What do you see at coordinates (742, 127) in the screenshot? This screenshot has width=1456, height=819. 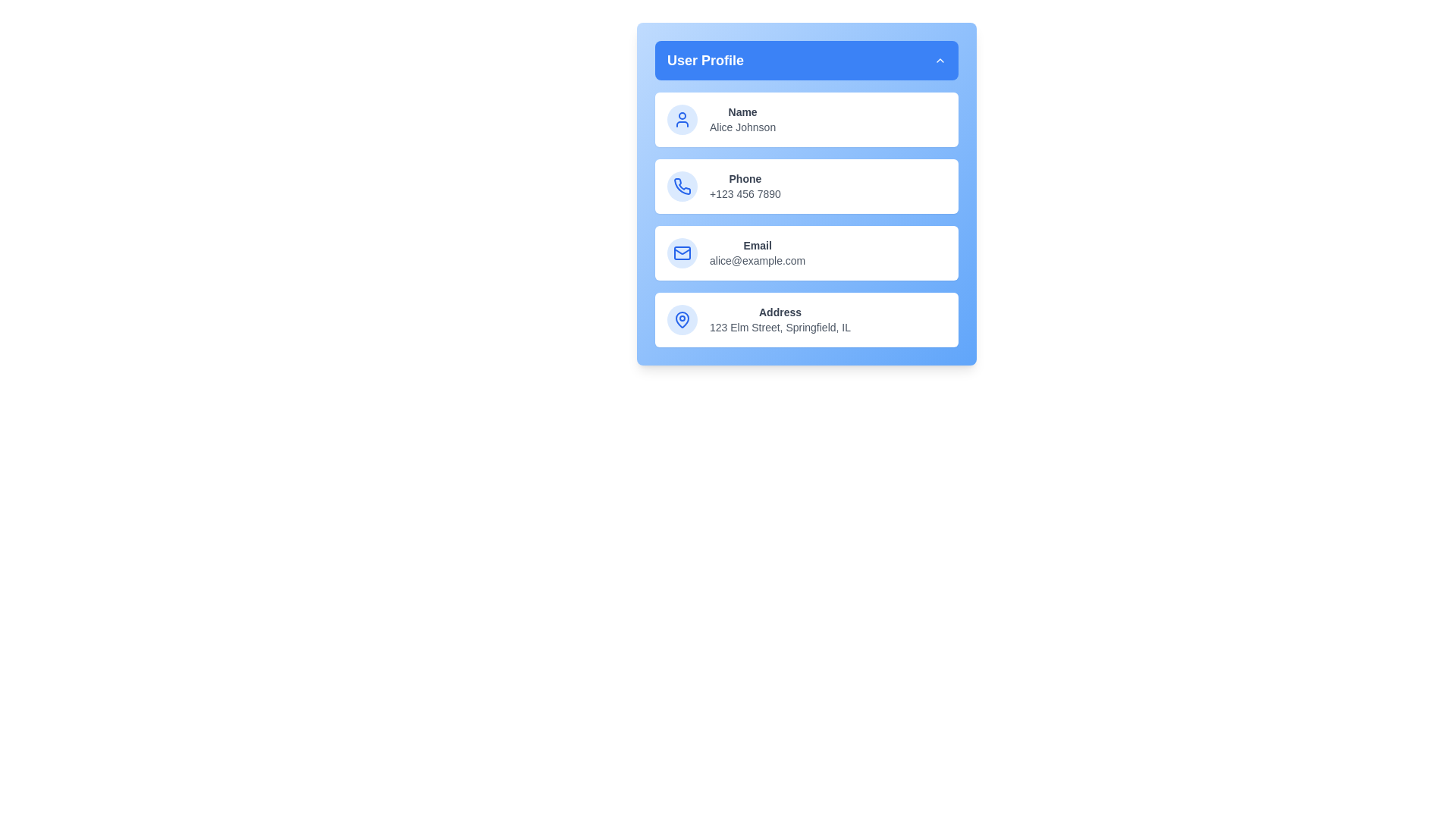 I see `the text 'Alice Johnson' displayed in gray color under the label 'Name' within the user profile card` at bounding box center [742, 127].